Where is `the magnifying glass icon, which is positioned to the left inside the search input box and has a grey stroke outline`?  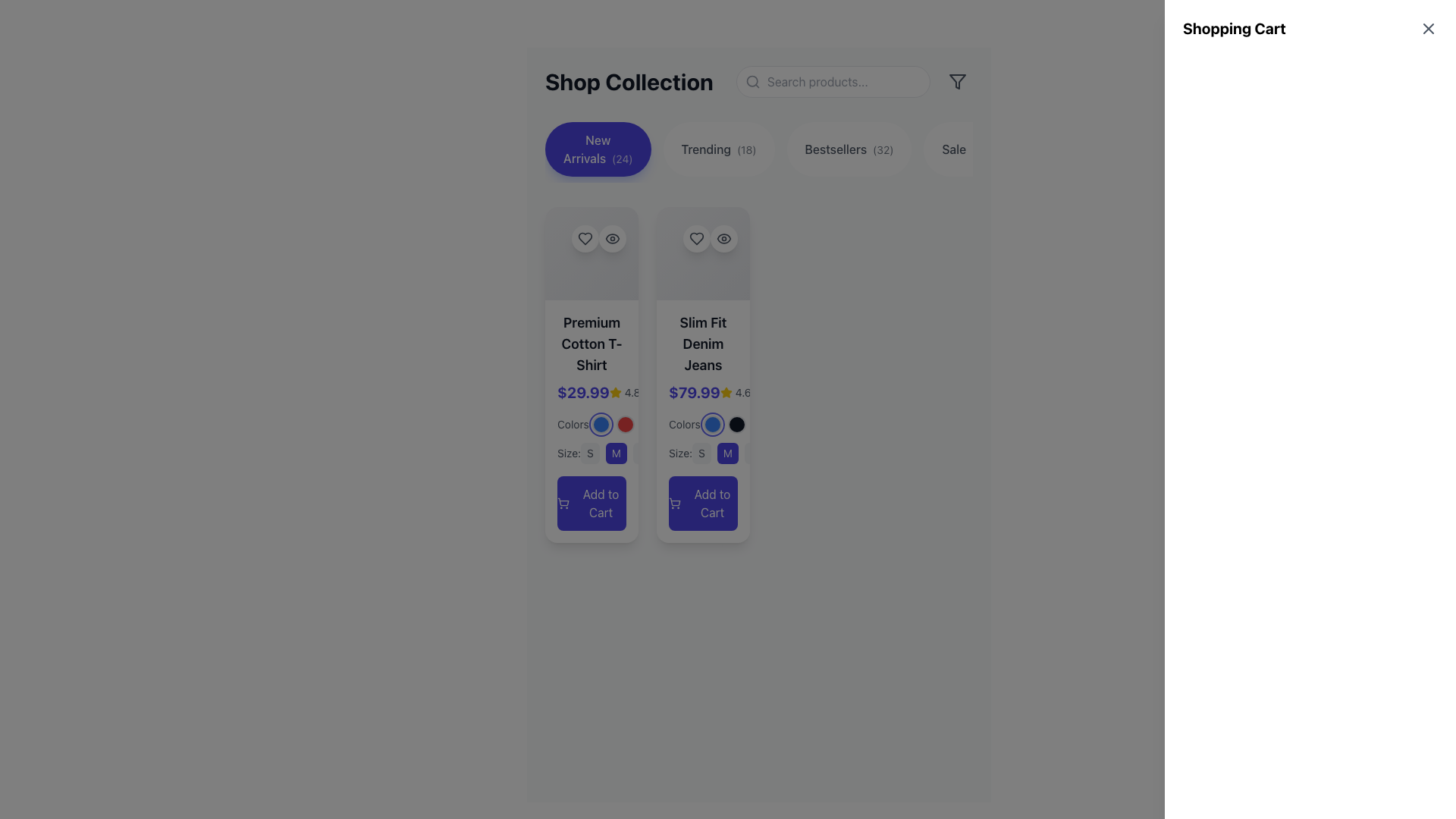 the magnifying glass icon, which is positioned to the left inside the search input box and has a grey stroke outline is located at coordinates (753, 82).